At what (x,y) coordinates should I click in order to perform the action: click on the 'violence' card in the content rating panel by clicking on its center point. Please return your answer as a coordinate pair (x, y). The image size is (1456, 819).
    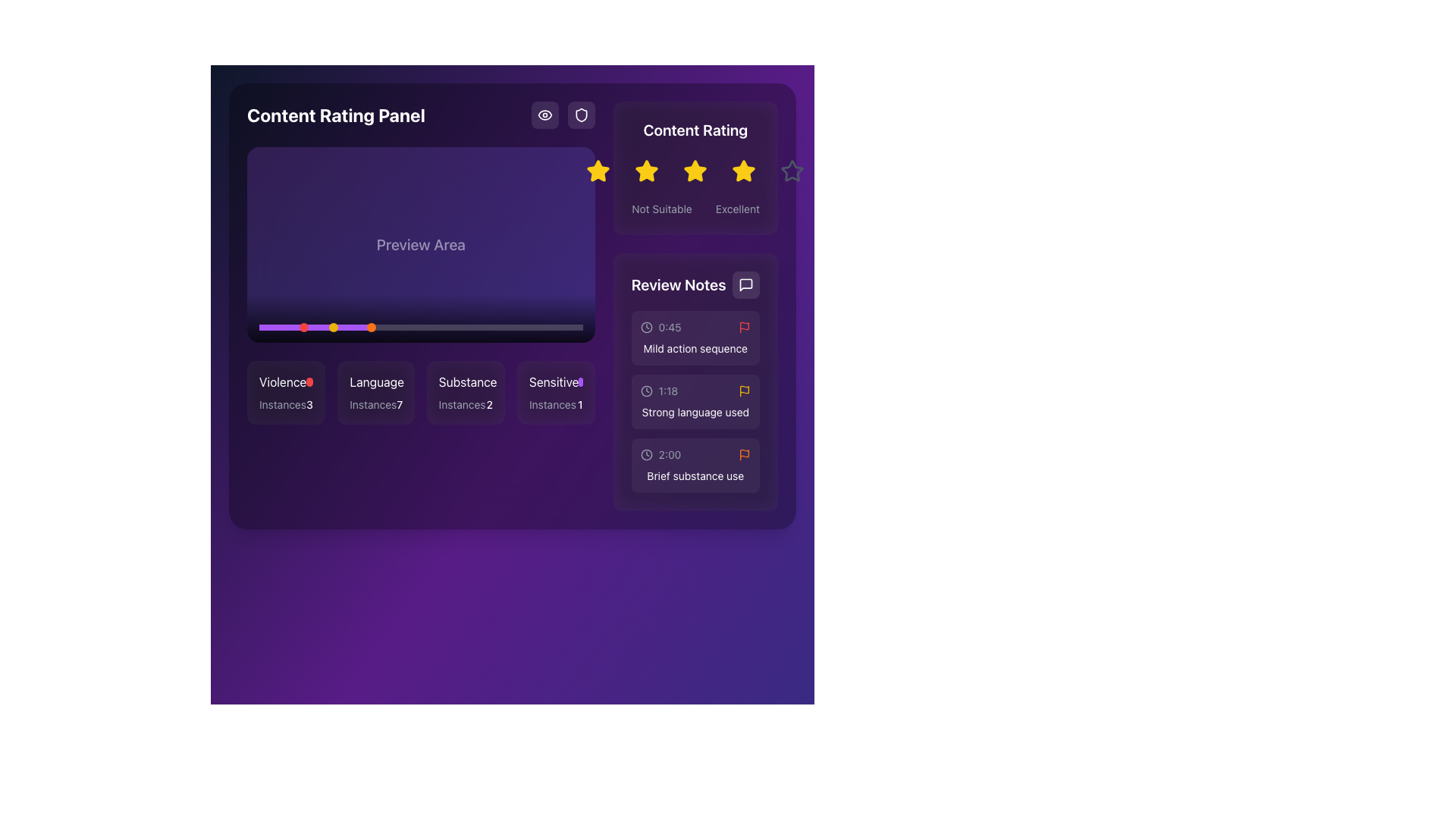
    Looking at the image, I should click on (286, 391).